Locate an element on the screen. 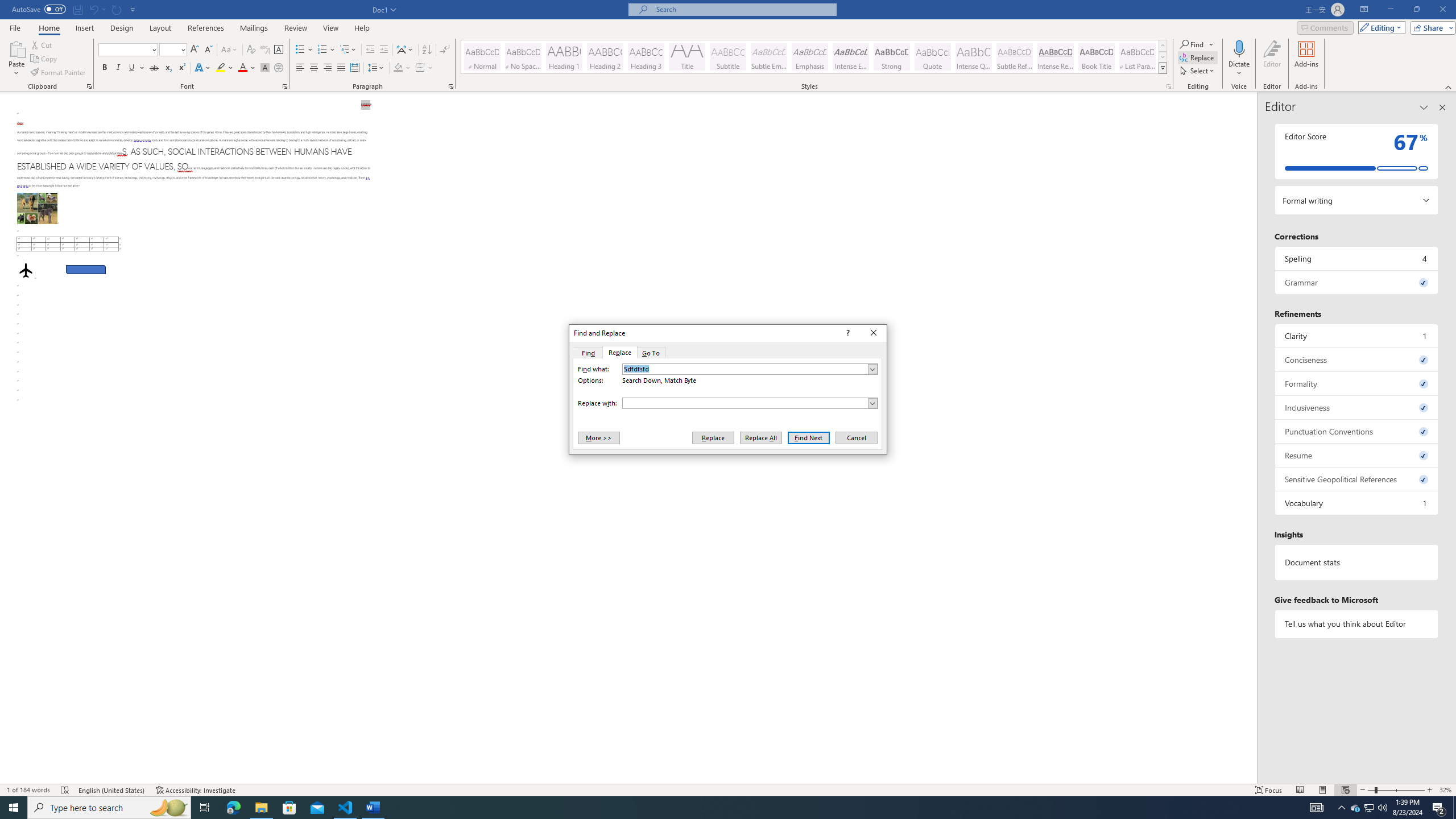 This screenshot has width=1456, height=819. 'Spelling, 4 issues. Press space or enter to review items.' is located at coordinates (1356, 258).